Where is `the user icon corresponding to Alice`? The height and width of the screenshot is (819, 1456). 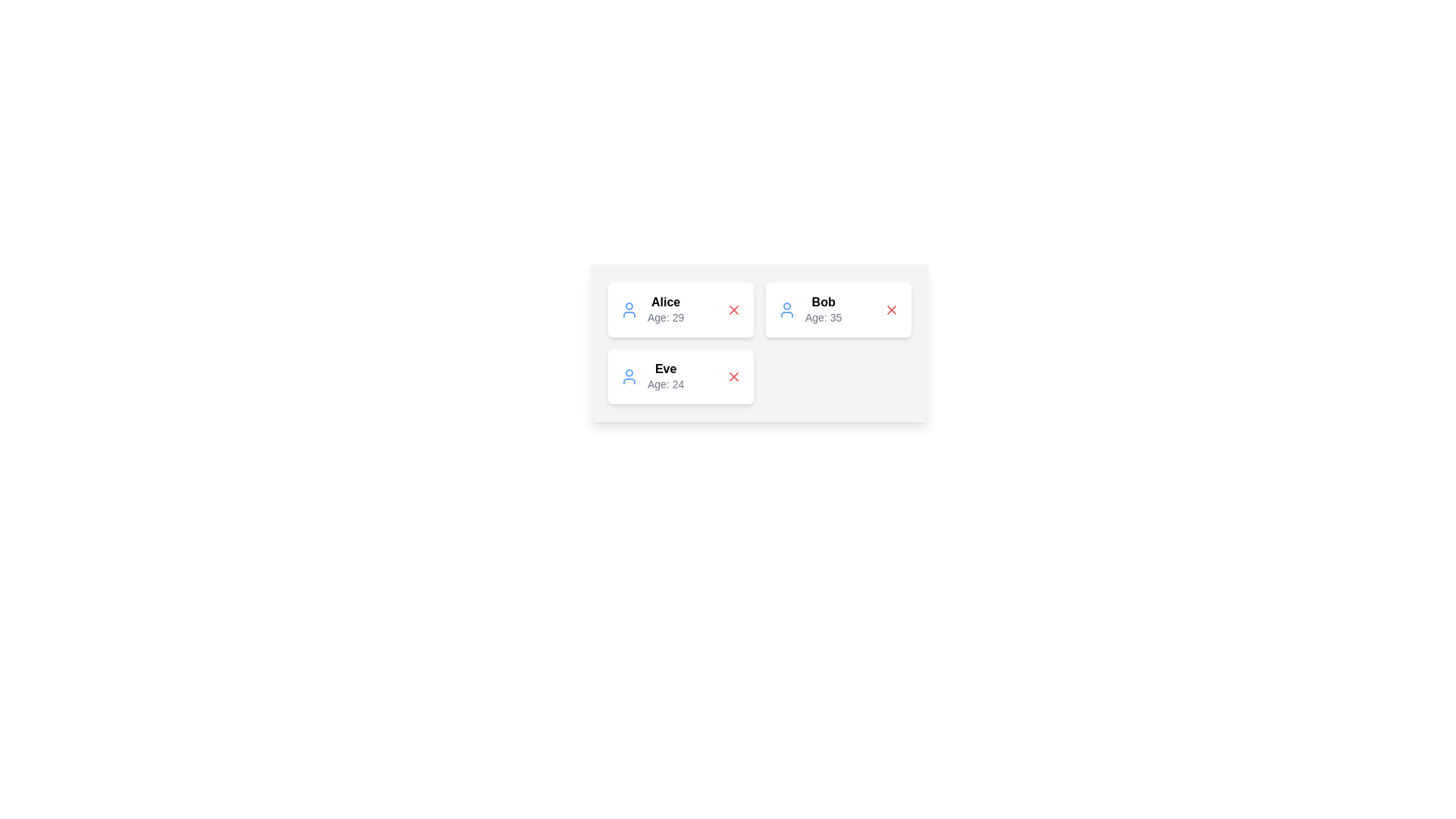 the user icon corresponding to Alice is located at coordinates (629, 309).